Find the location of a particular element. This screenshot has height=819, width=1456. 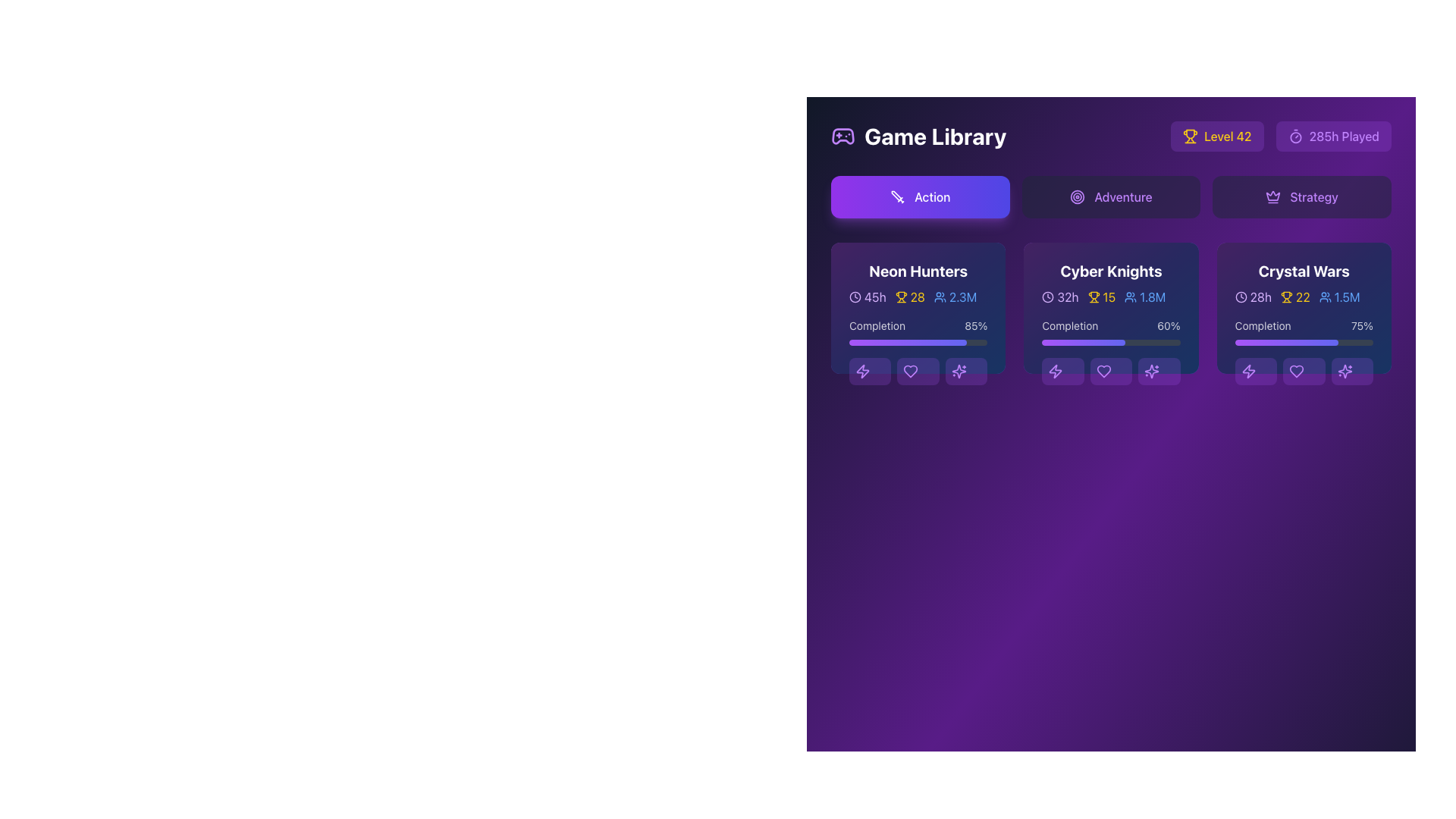

the purple circular target-shaped icon located to the left of the 'Adventure' button in the Game Library interface is located at coordinates (1077, 196).